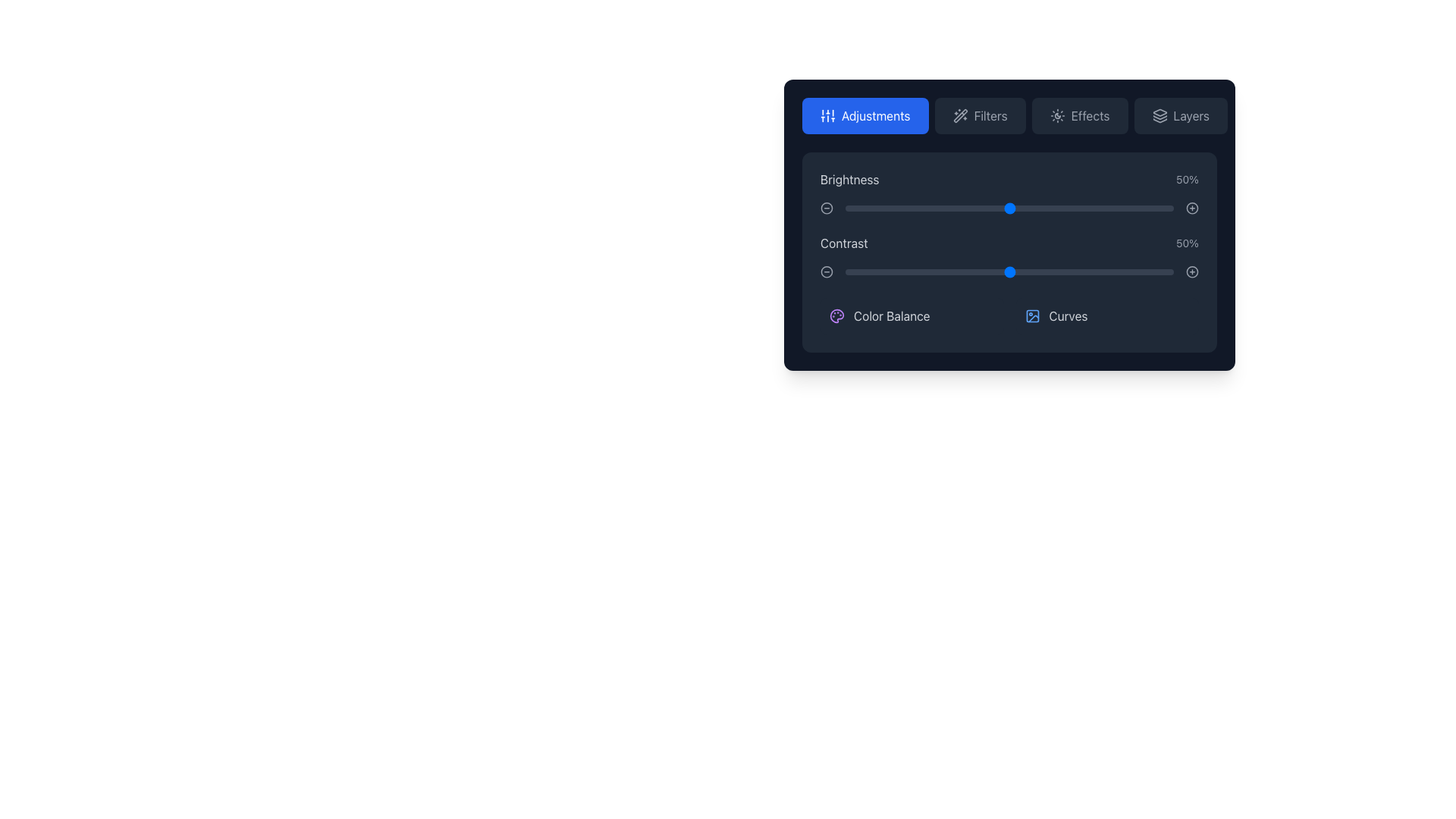 The image size is (1456, 819). Describe the element at coordinates (1031, 315) in the screenshot. I see `the 'Curves' icon located to the left of the text 'Curves' in the bottom row of items in the detailed menu card under 'Adjustments'` at that location.